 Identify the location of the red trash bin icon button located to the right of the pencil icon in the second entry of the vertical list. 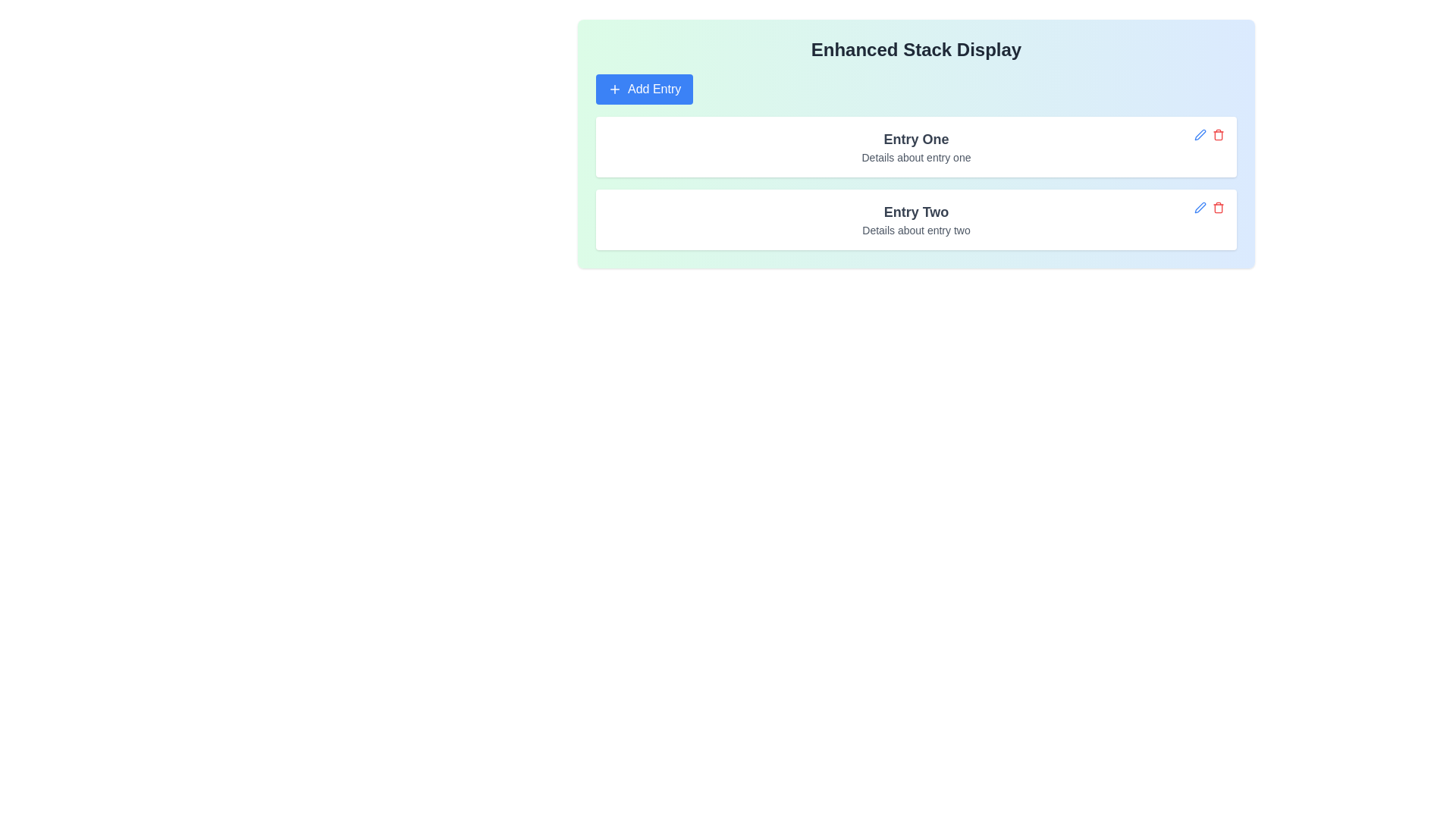
(1219, 207).